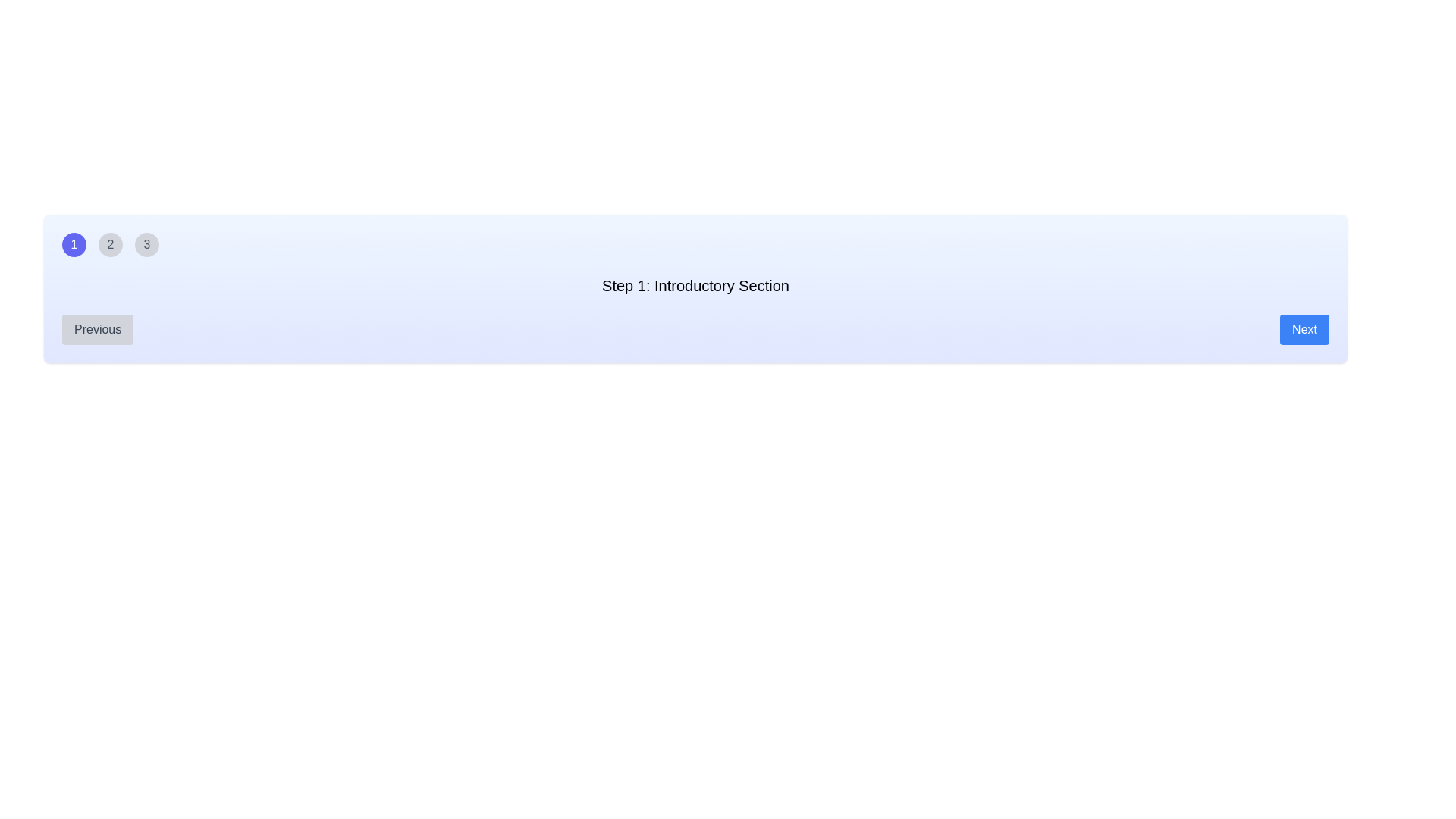  Describe the element at coordinates (97, 329) in the screenshot. I see `the 'Previous' button, which is a rectangular button with rounded corners, gray background, and darker gray text, located at the bottom-left corner of the interface` at that location.